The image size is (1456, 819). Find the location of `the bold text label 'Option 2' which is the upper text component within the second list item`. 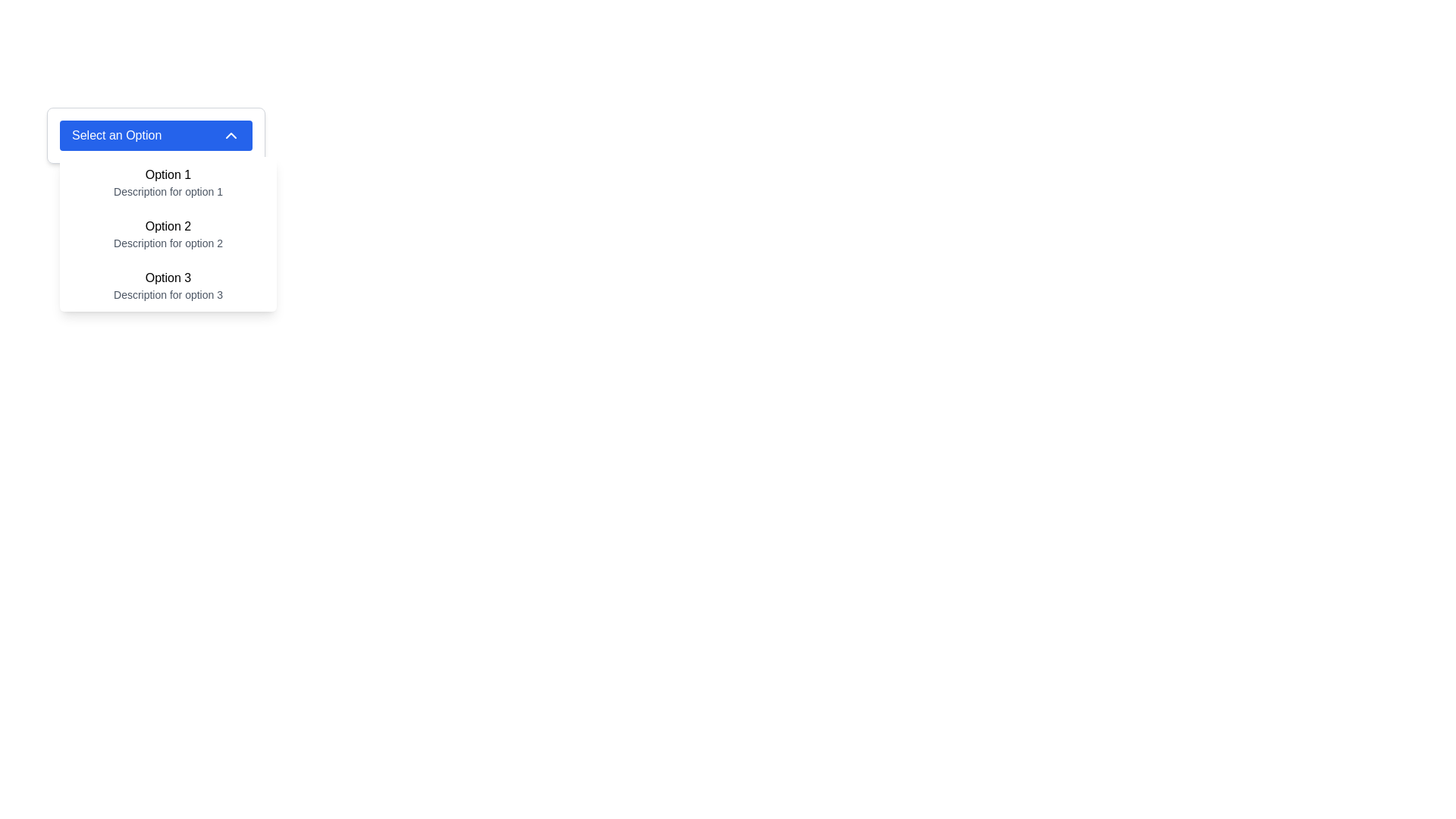

the bold text label 'Option 2' which is the upper text component within the second list item is located at coordinates (168, 227).